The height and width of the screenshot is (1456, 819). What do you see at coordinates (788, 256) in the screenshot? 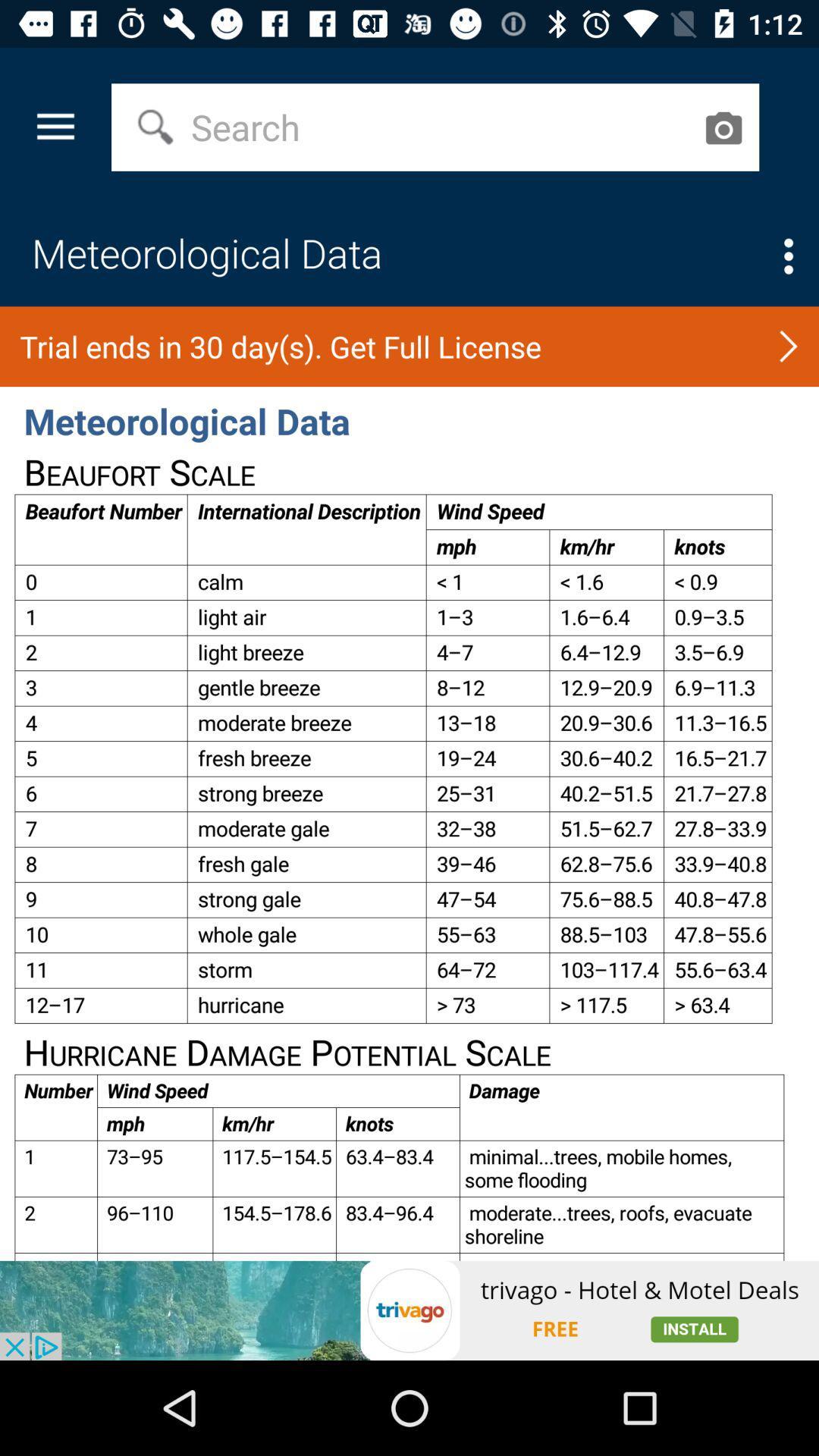
I see `more options` at bounding box center [788, 256].